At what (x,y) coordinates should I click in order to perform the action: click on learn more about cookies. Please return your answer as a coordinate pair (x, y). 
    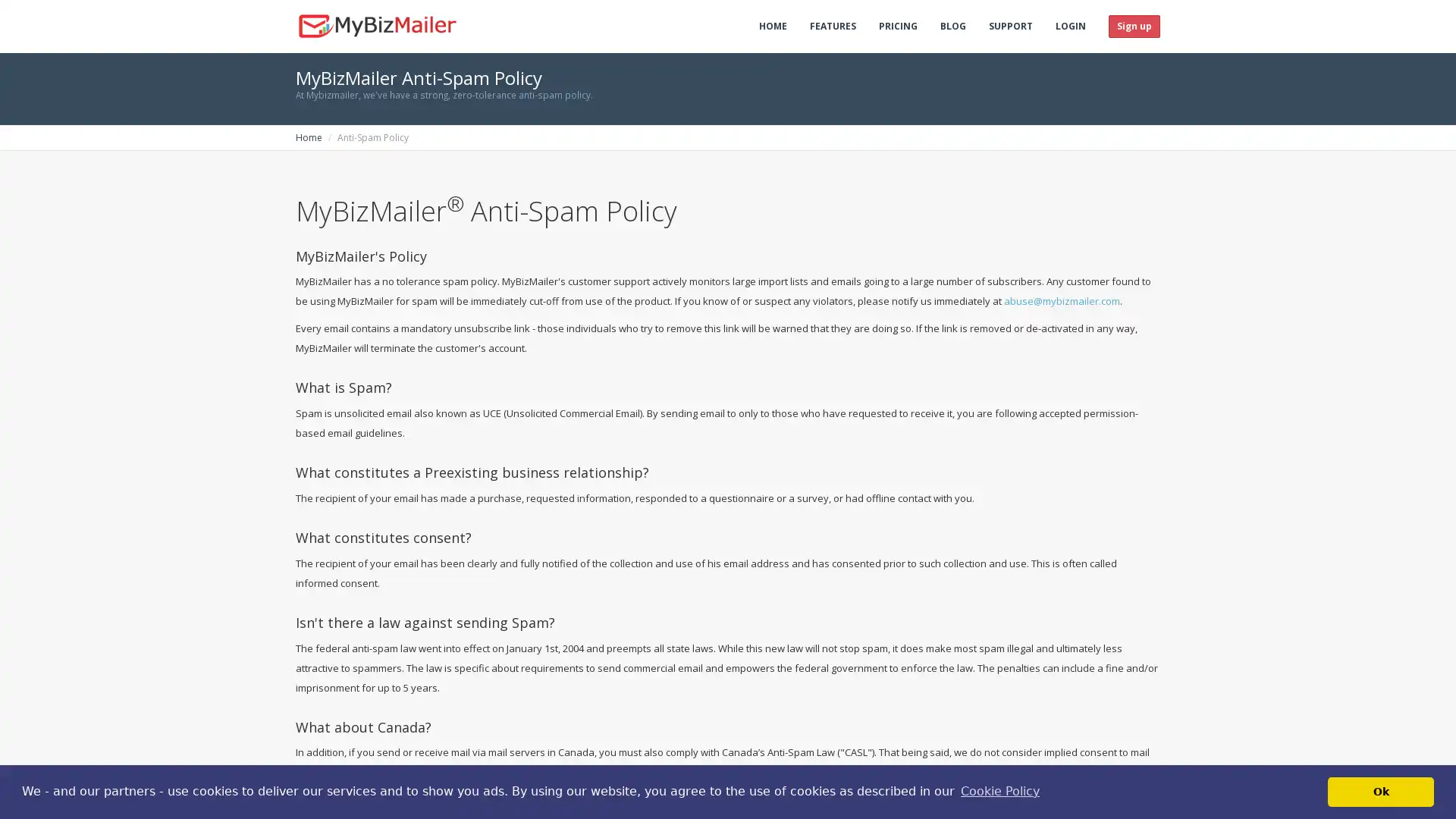
    Looking at the image, I should click on (999, 791).